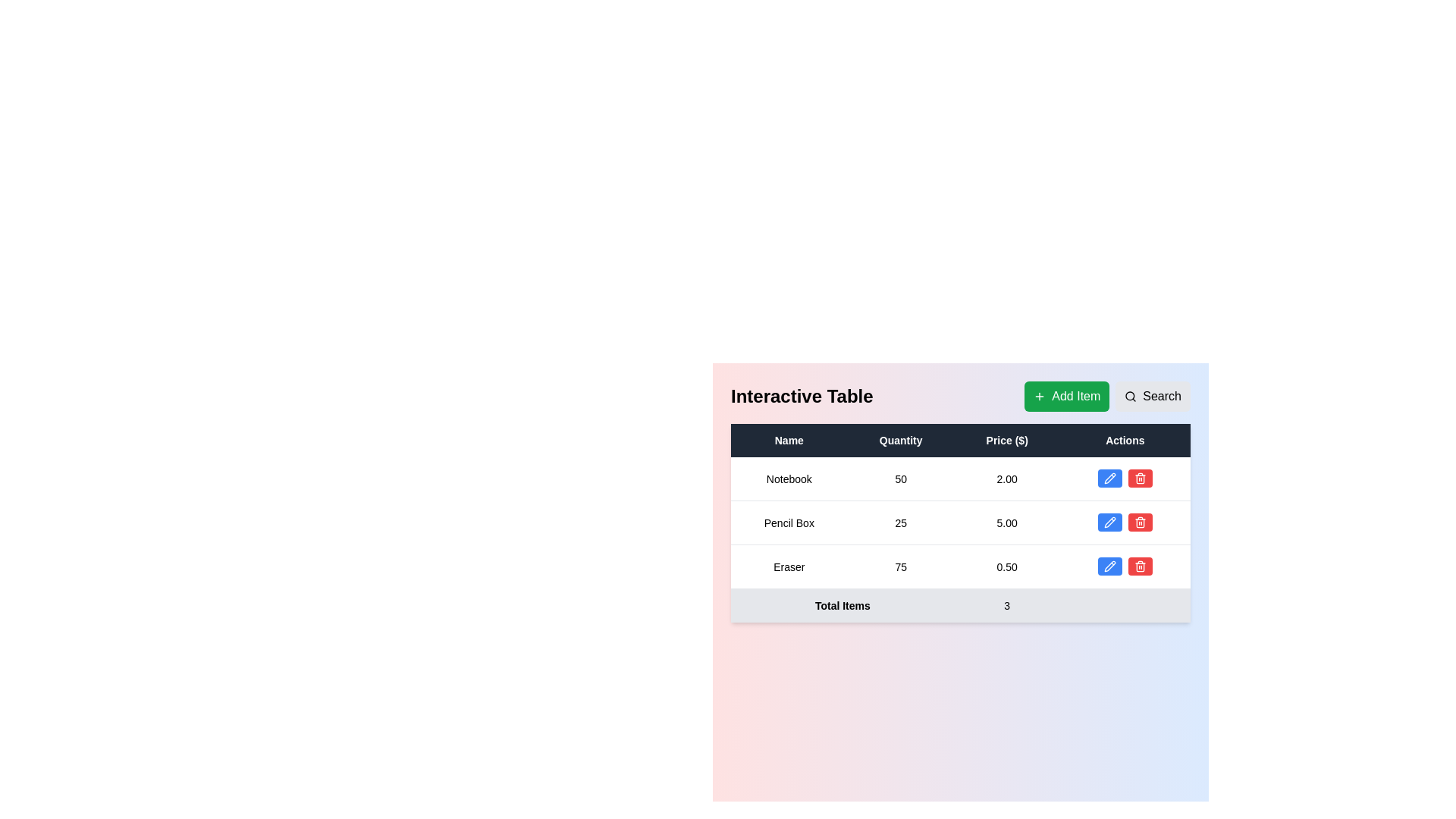  What do you see at coordinates (1109, 522) in the screenshot?
I see `the blue rounded rectangular button with a white pencil icon in the 'Actions' column of the second row` at bounding box center [1109, 522].